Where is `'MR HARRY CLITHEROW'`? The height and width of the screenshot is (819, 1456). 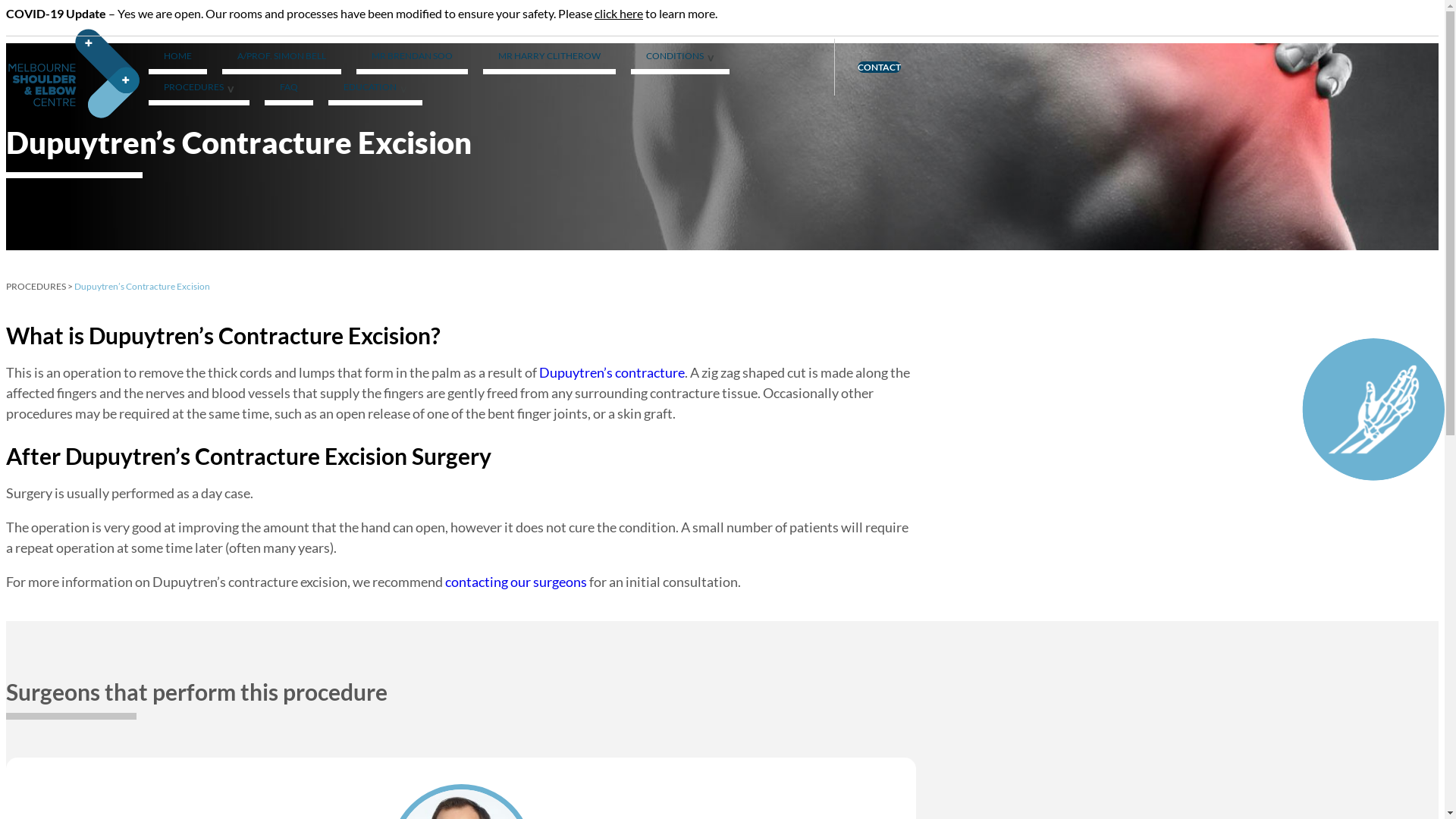
'MR HARRY CLITHEROW' is located at coordinates (548, 58).